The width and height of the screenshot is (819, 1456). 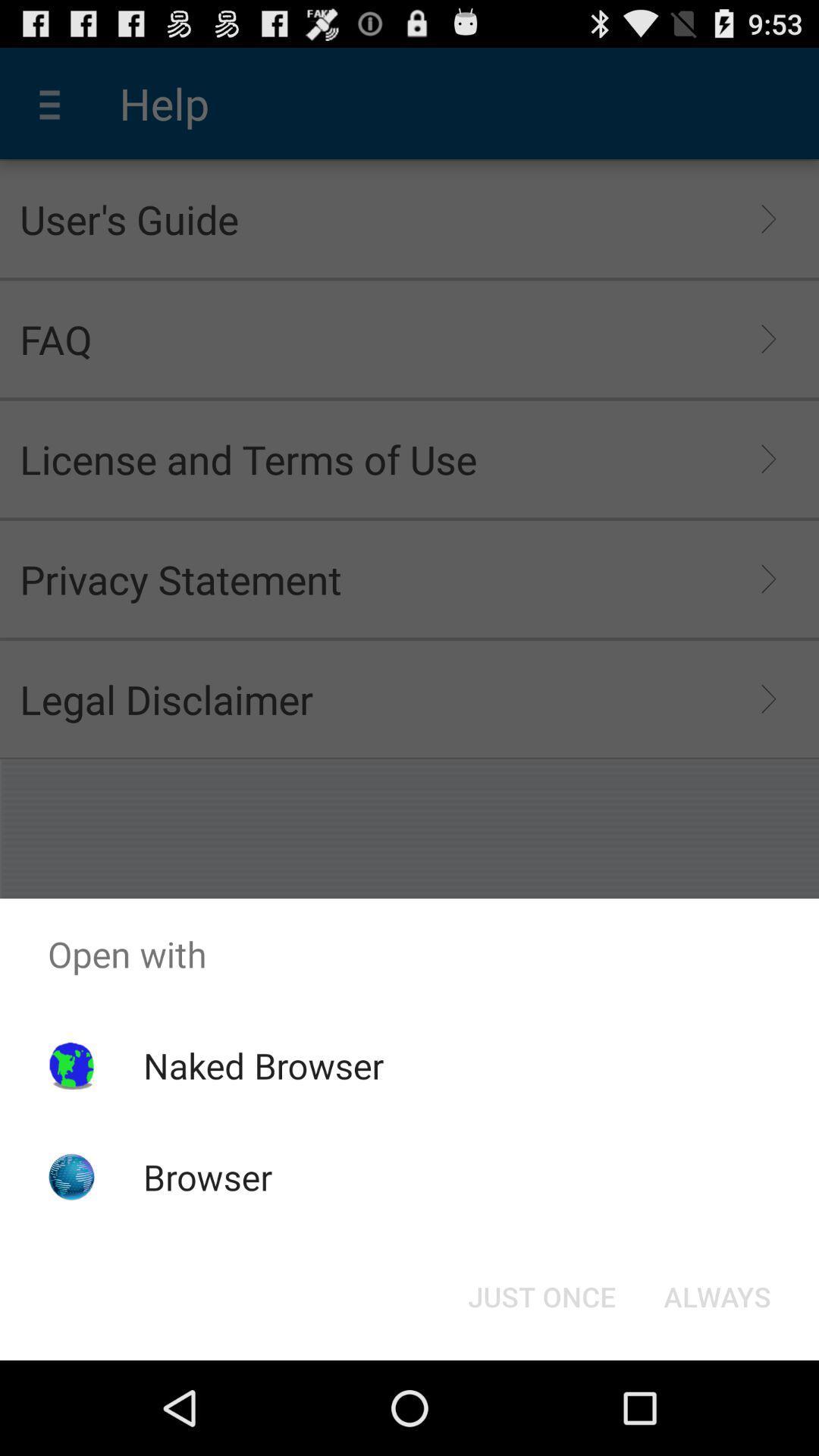 What do you see at coordinates (717, 1295) in the screenshot?
I see `the always button` at bounding box center [717, 1295].